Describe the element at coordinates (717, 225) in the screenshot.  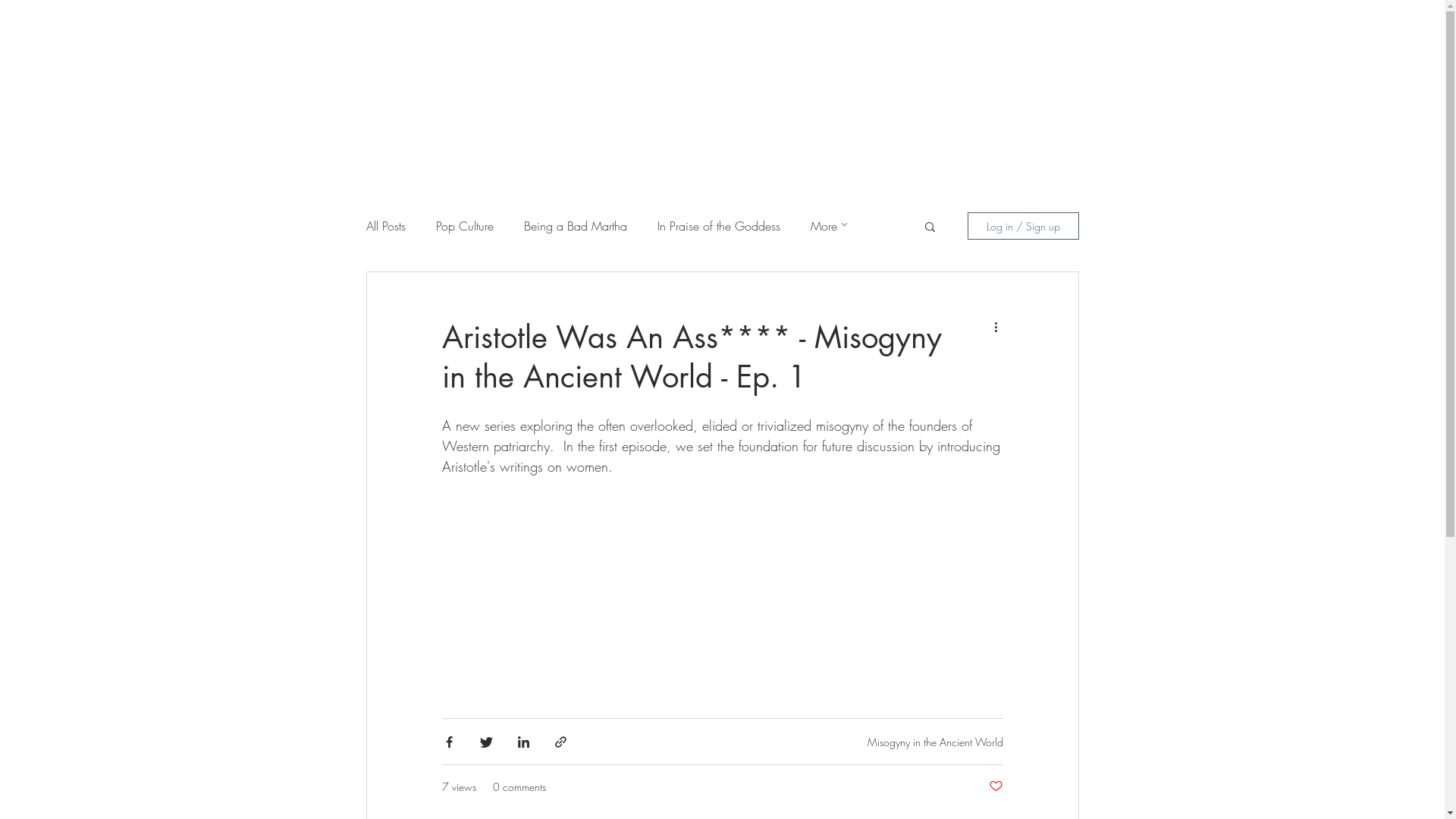
I see `'In Praise of the Goddess'` at that location.